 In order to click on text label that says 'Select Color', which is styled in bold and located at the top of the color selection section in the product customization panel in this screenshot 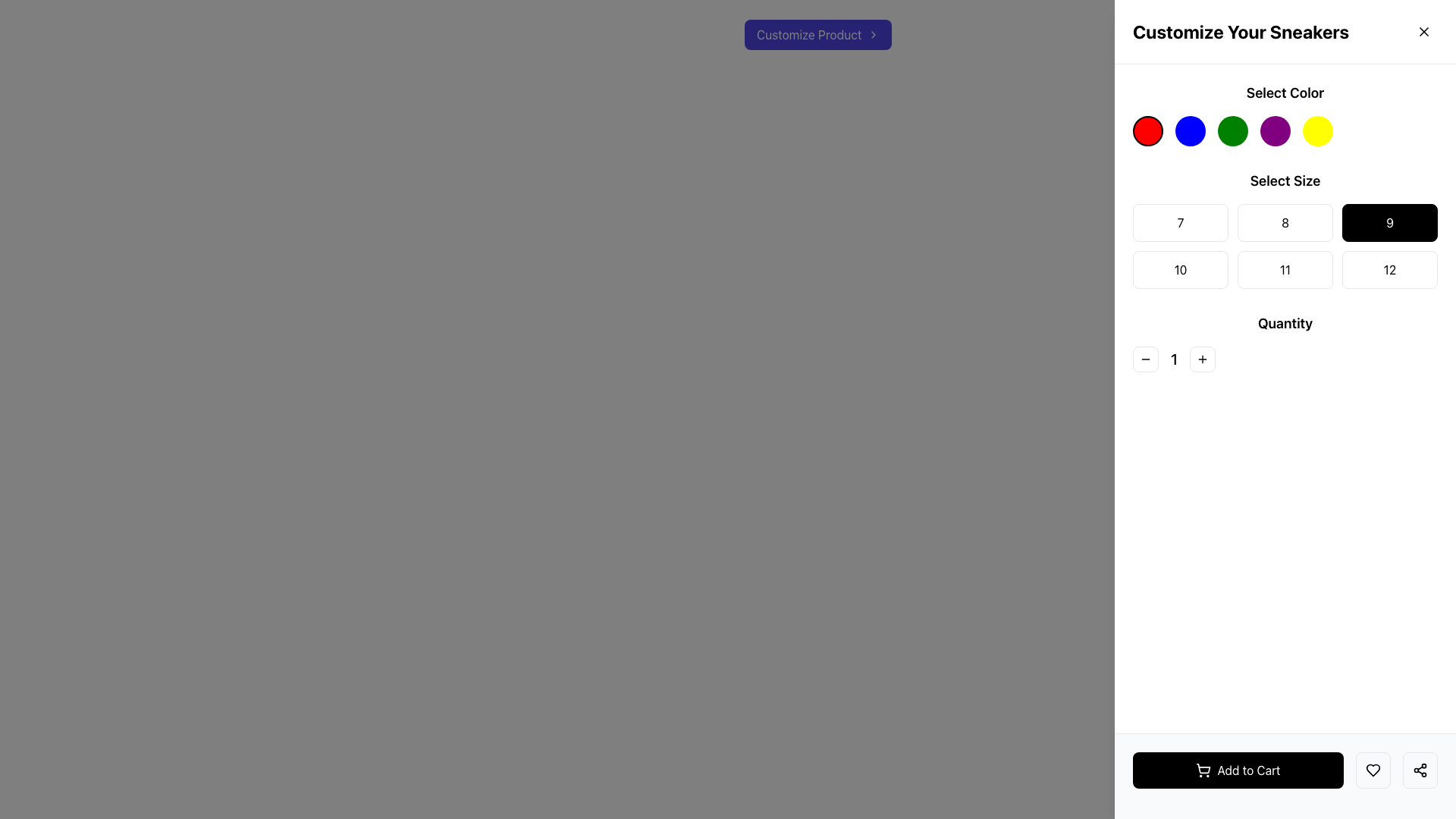, I will do `click(1284, 93)`.